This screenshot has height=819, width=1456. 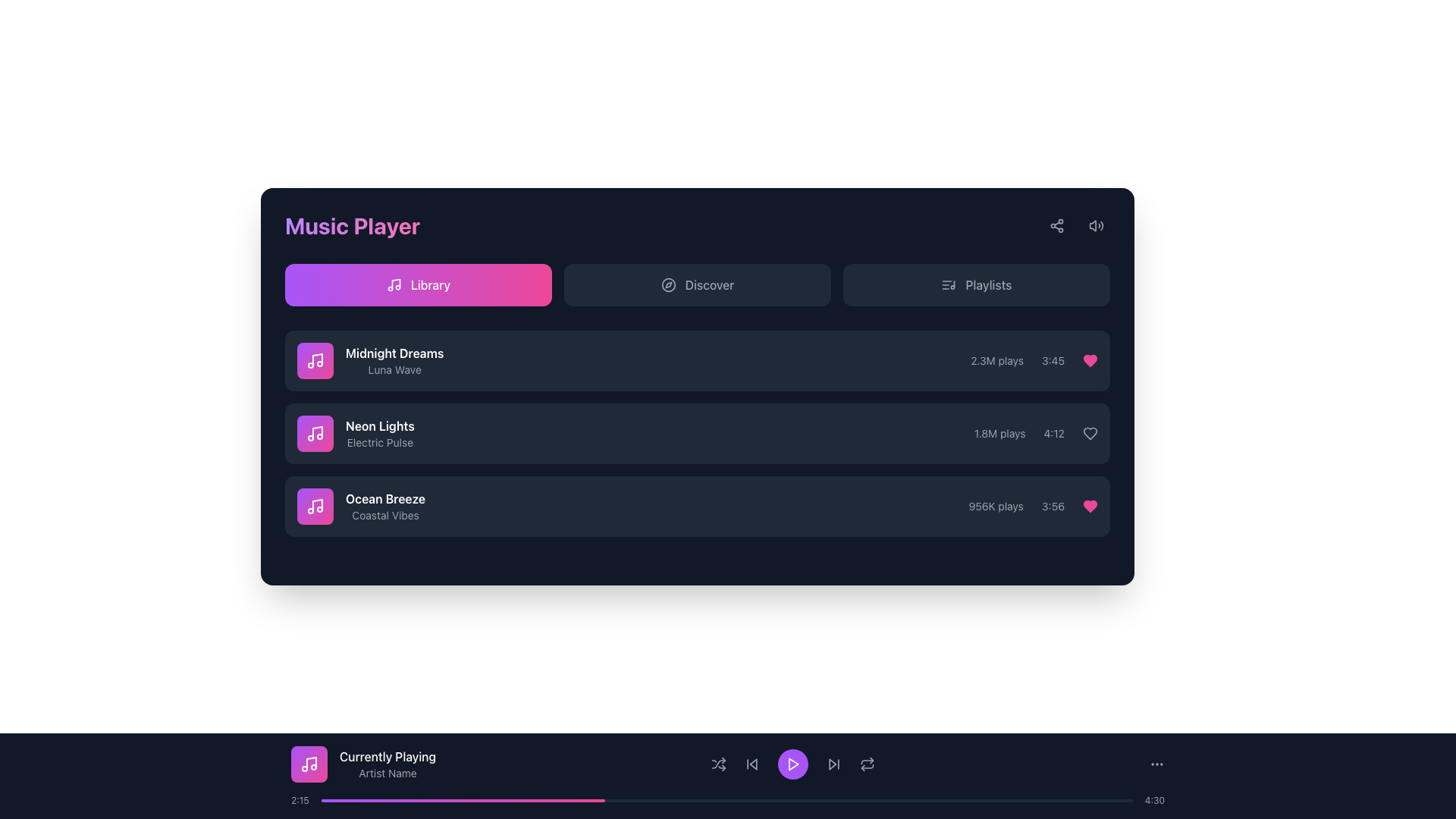 What do you see at coordinates (1090, 506) in the screenshot?
I see `the heart icon on the right side of the 'Ocean Breeze' song entry to mark the song as favorite` at bounding box center [1090, 506].